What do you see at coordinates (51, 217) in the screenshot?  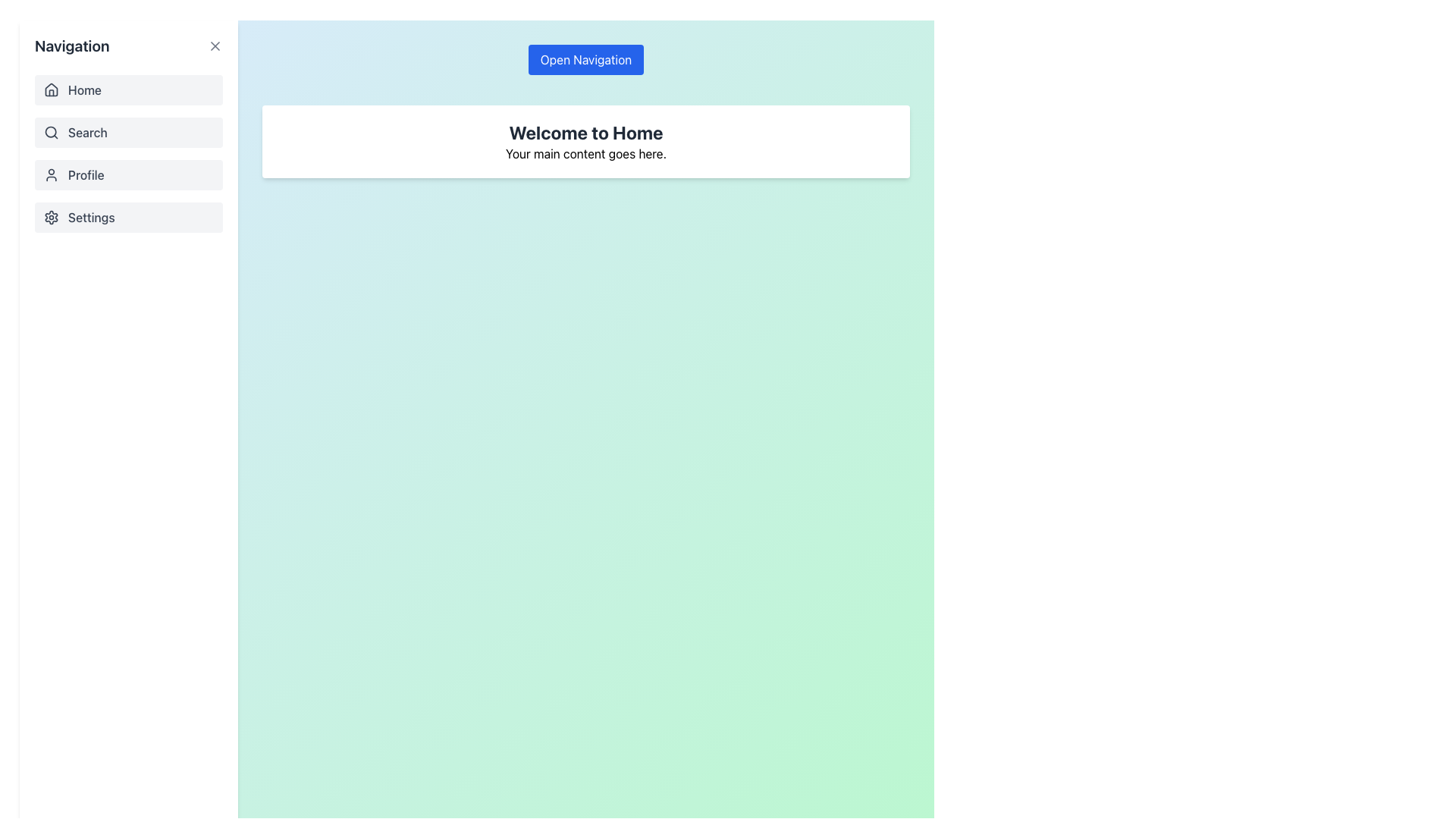 I see `the settings icon located in the 'Settings' menu item of the left side navigation menu` at bounding box center [51, 217].